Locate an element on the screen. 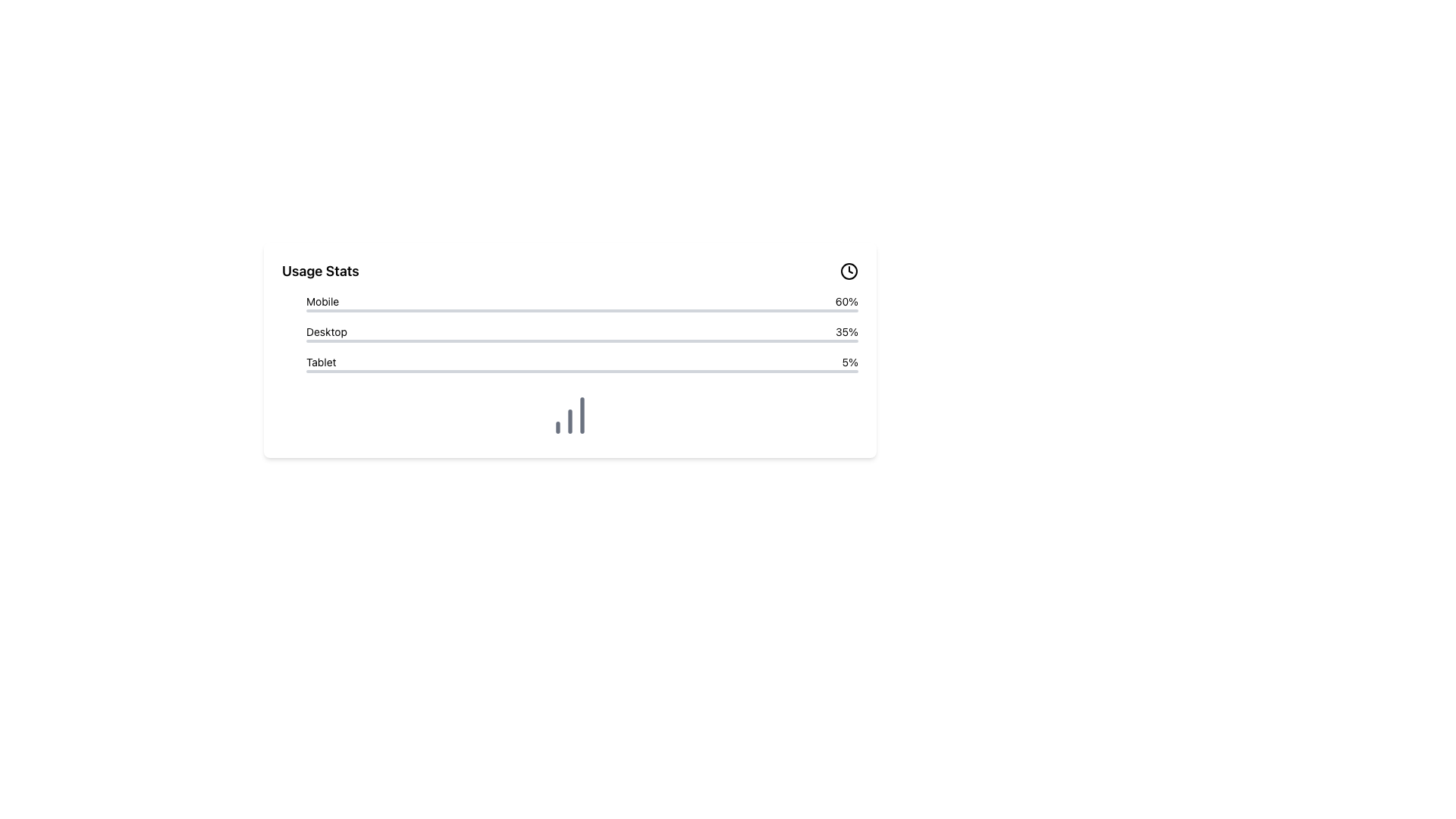 This screenshot has width=1456, height=819. a specific bar in the bar chart located below the usage statistics labeled 'Mobile', 'Desktop', and 'Tablet' is located at coordinates (570, 415).